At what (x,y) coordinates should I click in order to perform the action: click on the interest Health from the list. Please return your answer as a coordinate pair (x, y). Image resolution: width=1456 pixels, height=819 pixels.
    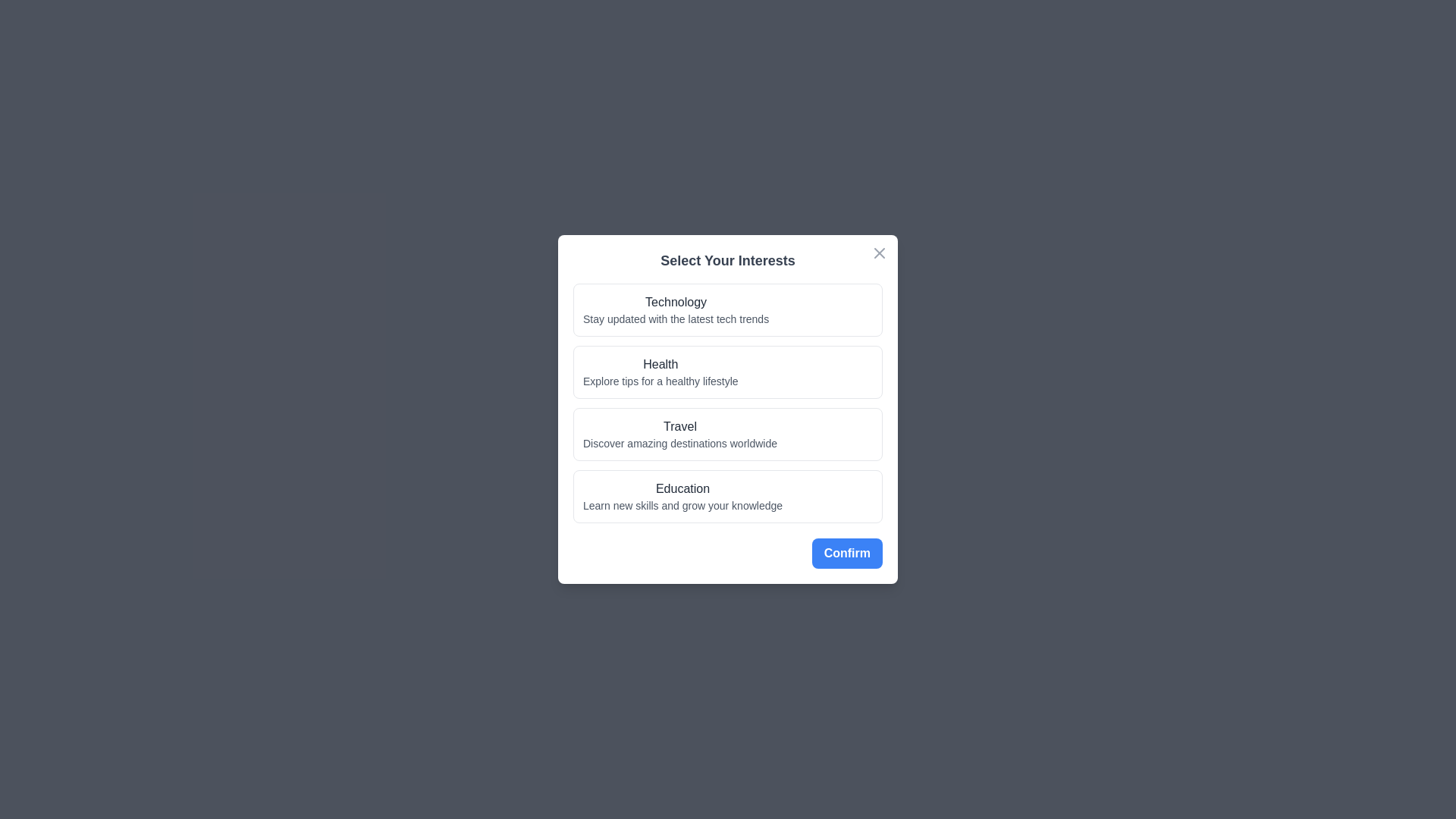
    Looking at the image, I should click on (728, 372).